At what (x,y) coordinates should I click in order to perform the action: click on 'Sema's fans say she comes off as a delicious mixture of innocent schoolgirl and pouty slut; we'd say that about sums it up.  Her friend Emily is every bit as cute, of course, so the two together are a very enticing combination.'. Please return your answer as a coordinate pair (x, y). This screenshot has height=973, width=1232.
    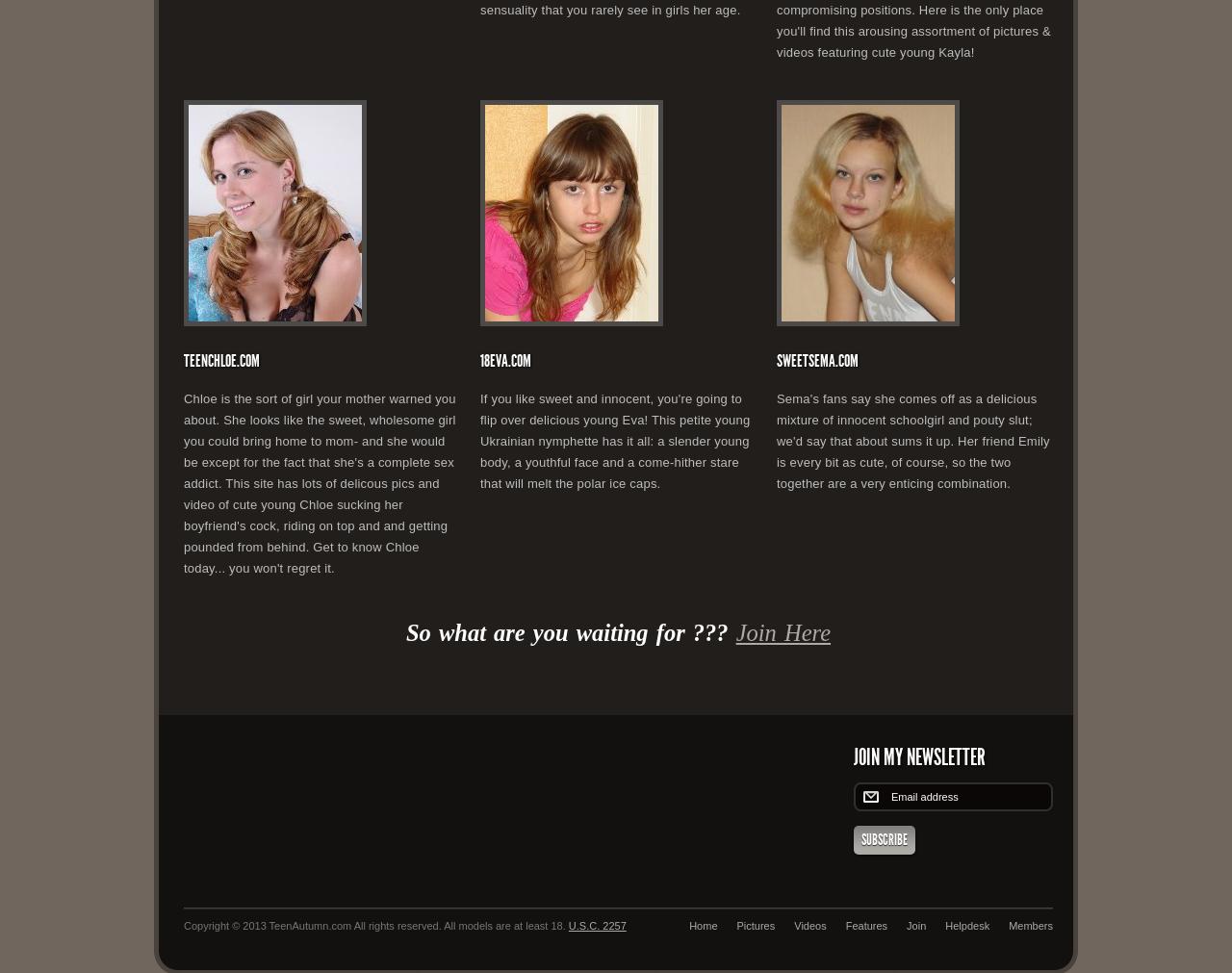
    Looking at the image, I should click on (911, 440).